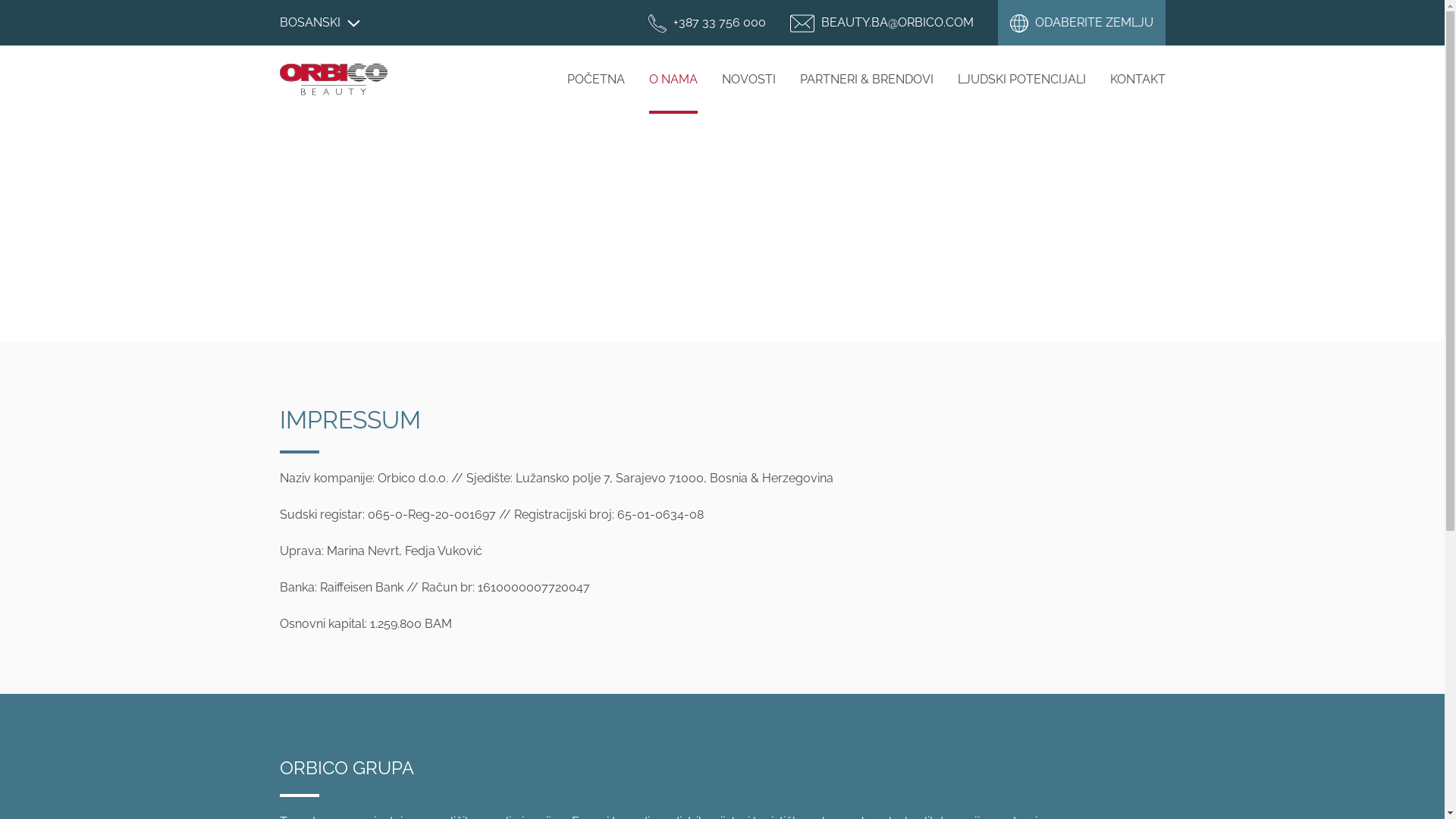  What do you see at coordinates (331, 79) in the screenshot?
I see `'Orbico Beauty - Bosna i Hercegovina'` at bounding box center [331, 79].